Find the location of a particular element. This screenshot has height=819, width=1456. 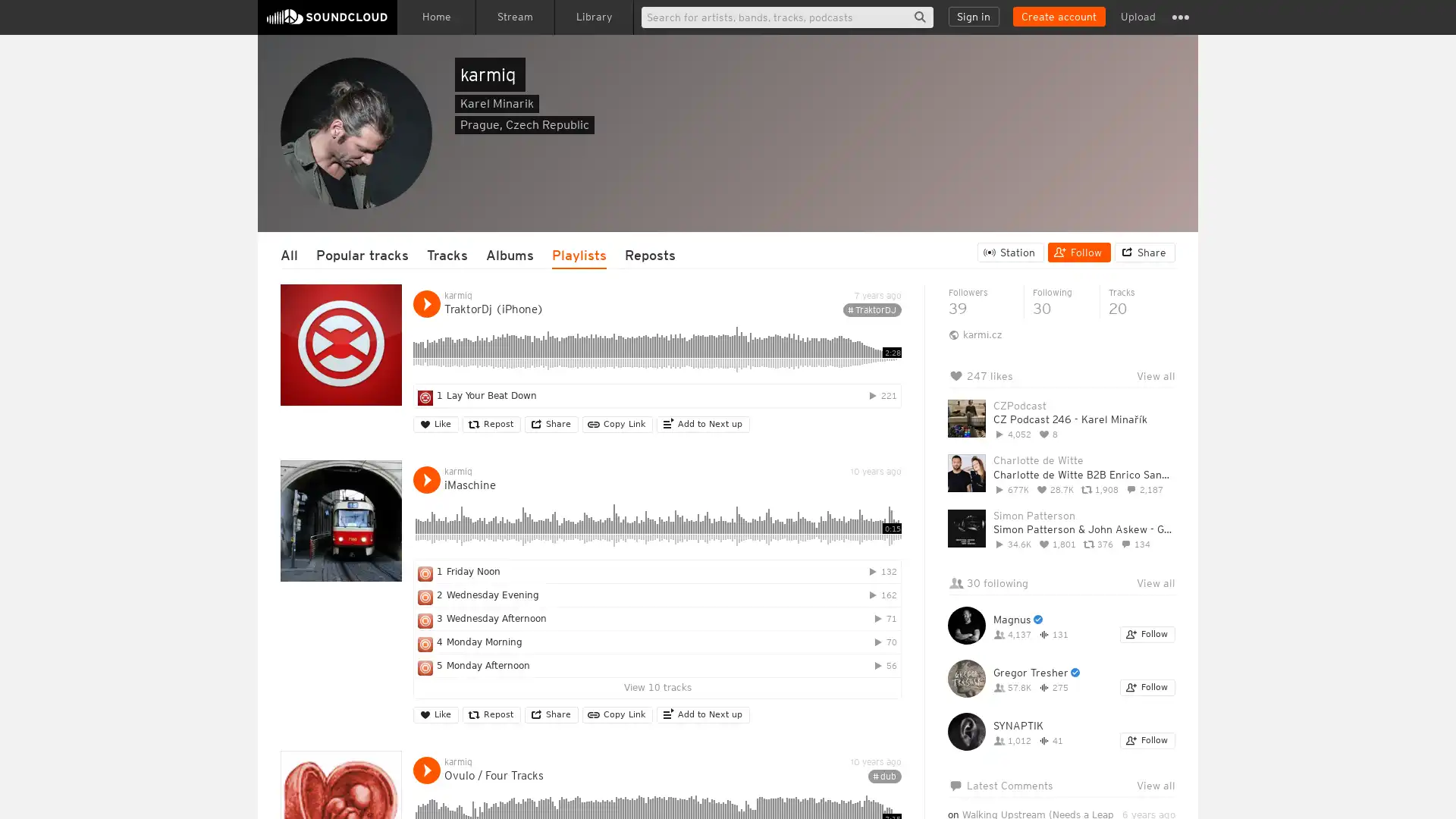

Play is located at coordinates (425, 770).